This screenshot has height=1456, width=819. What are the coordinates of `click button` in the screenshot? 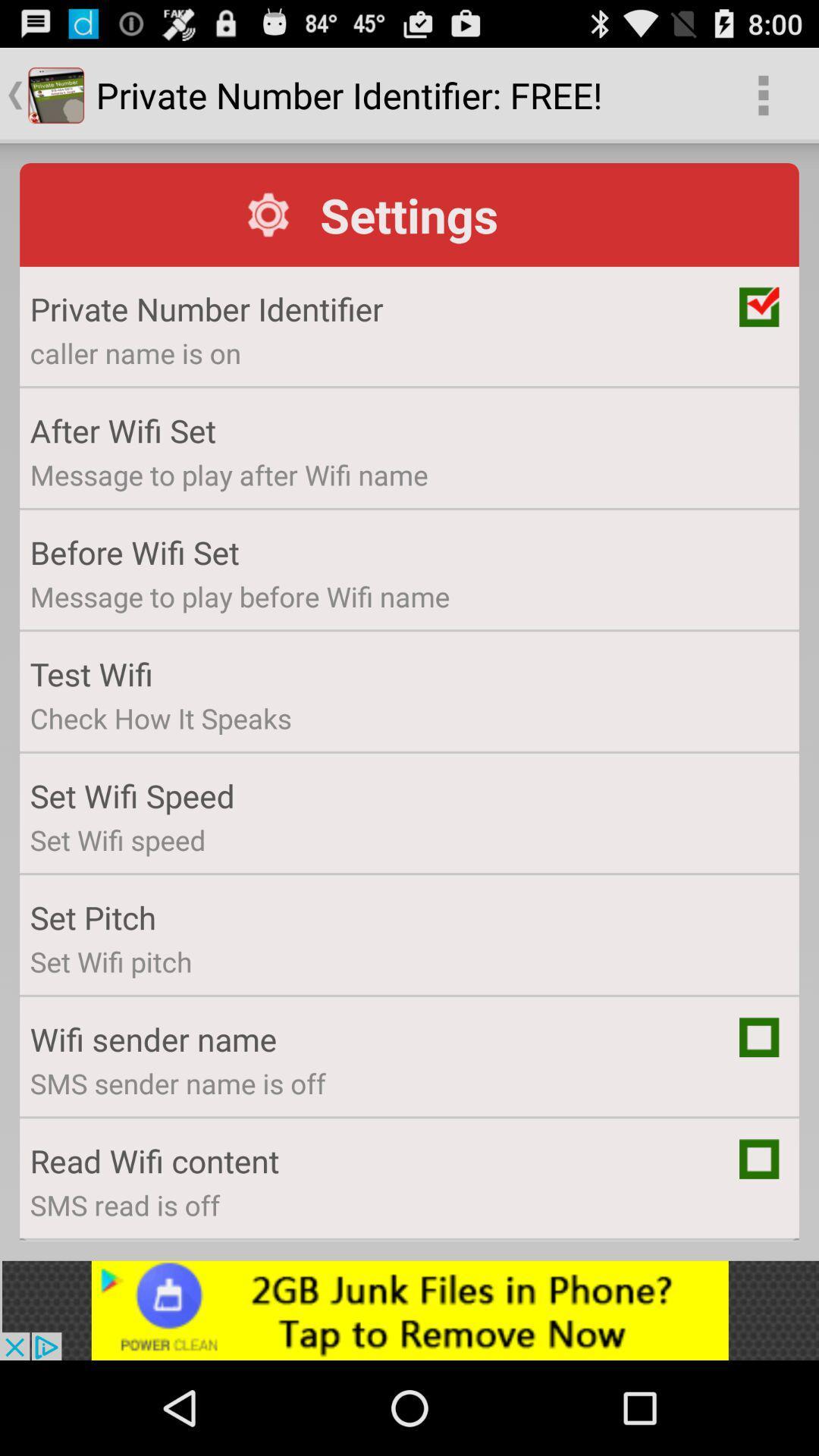 It's located at (759, 1158).